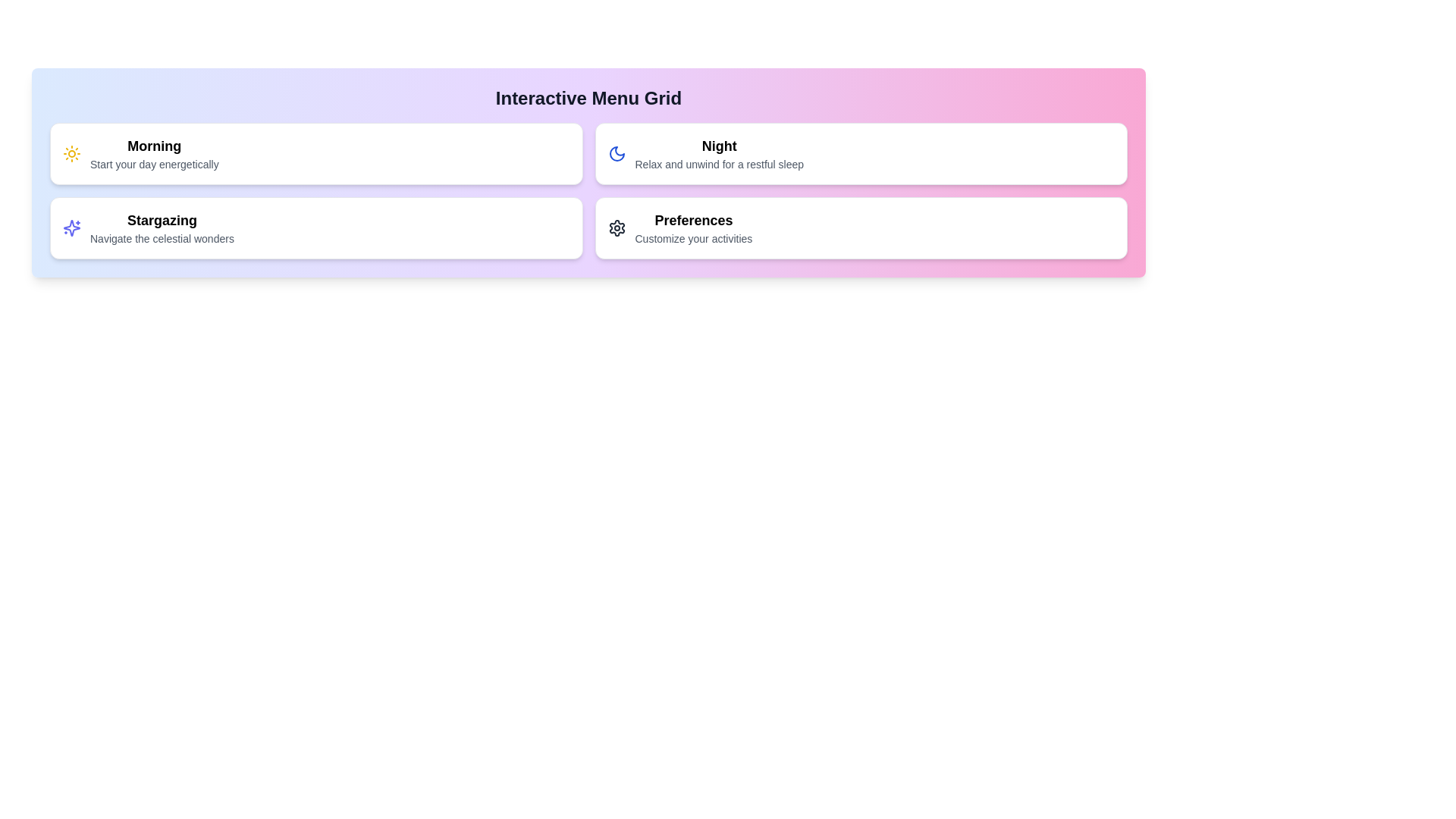 The height and width of the screenshot is (819, 1456). Describe the element at coordinates (861, 154) in the screenshot. I see `the menu item corresponding to Night` at that location.